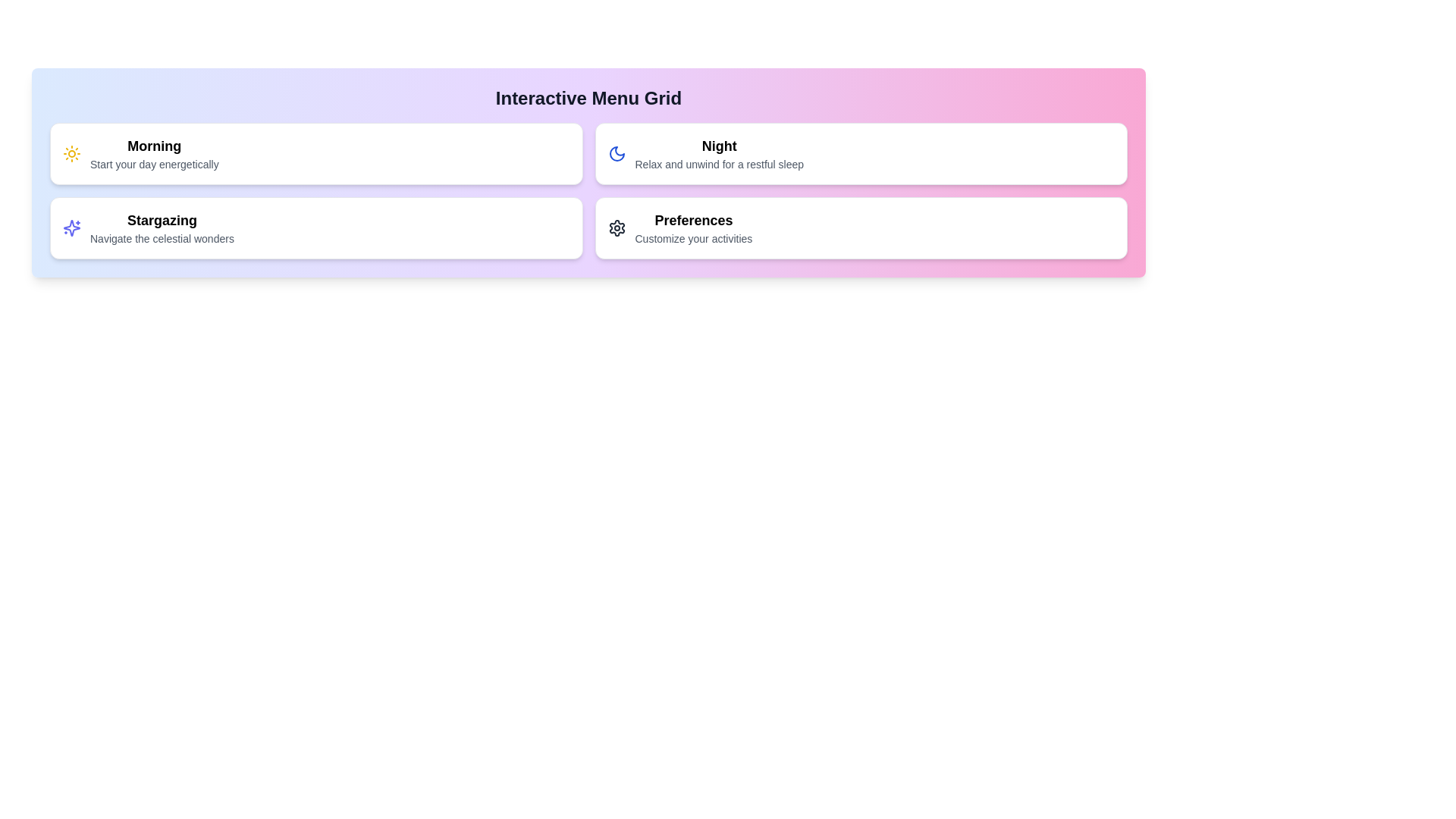 The height and width of the screenshot is (819, 1456). Describe the element at coordinates (861, 154) in the screenshot. I see `the menu item corresponding to Night` at that location.